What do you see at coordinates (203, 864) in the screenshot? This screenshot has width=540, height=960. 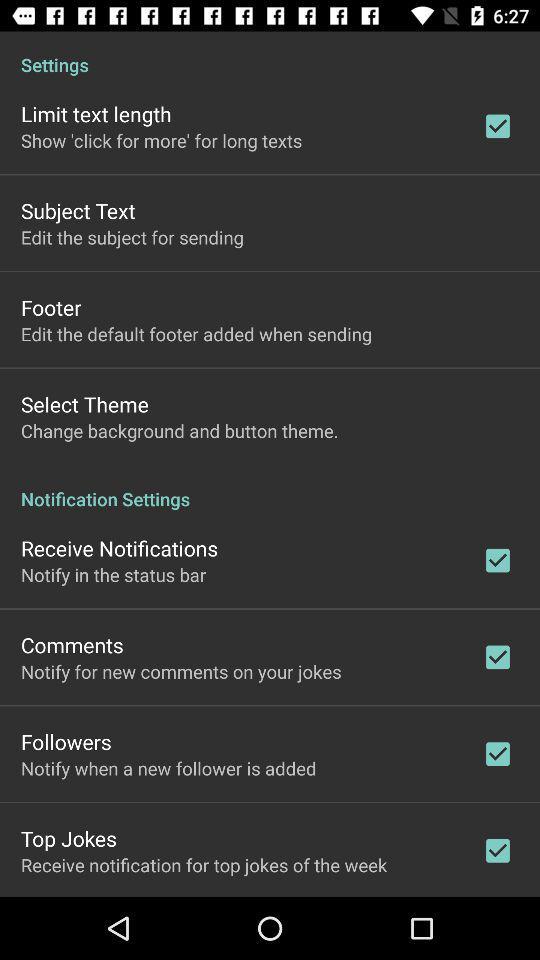 I see `receive notification for` at bounding box center [203, 864].